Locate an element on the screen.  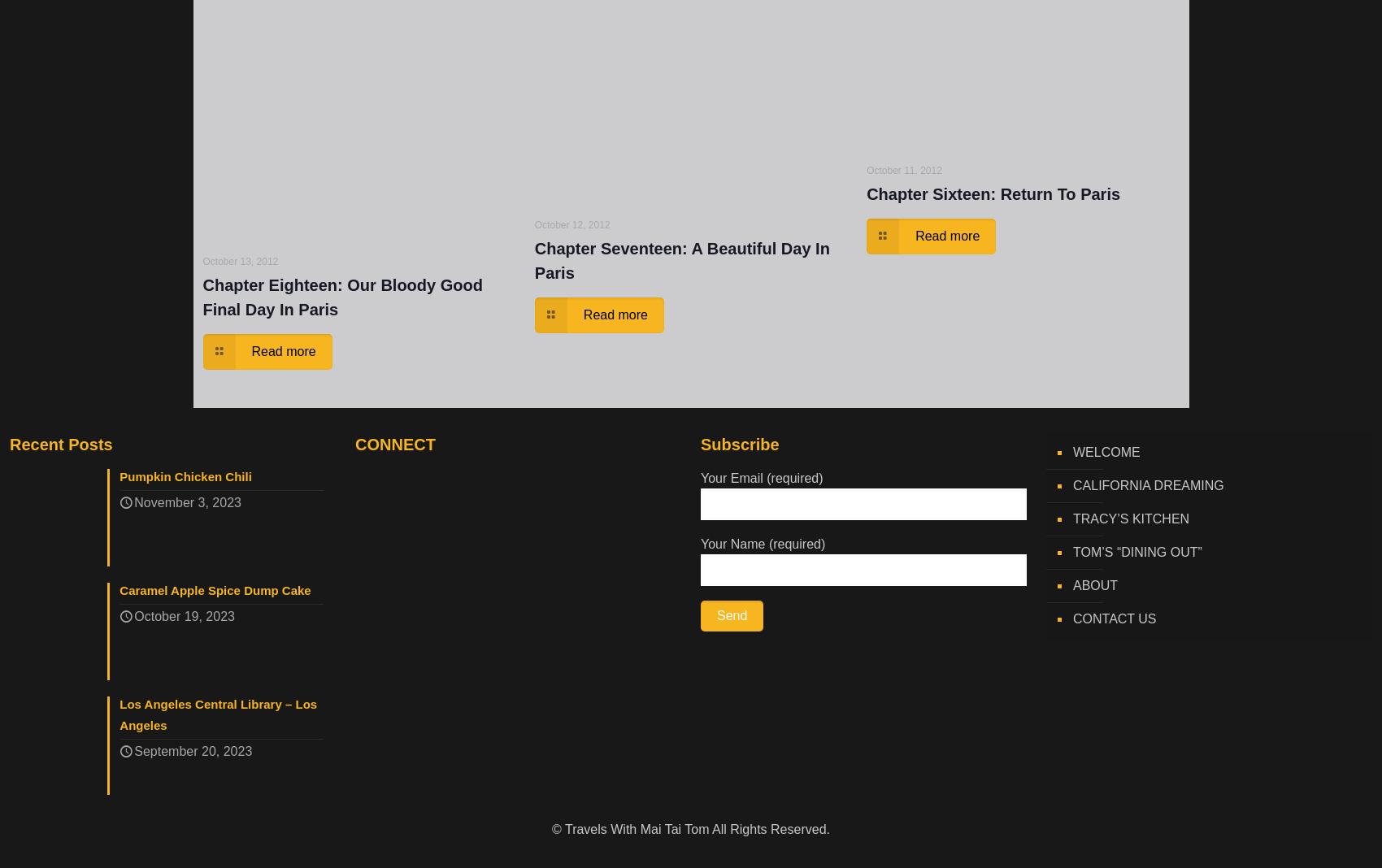
'Pumpkin Chicken Chili' is located at coordinates (185, 476).